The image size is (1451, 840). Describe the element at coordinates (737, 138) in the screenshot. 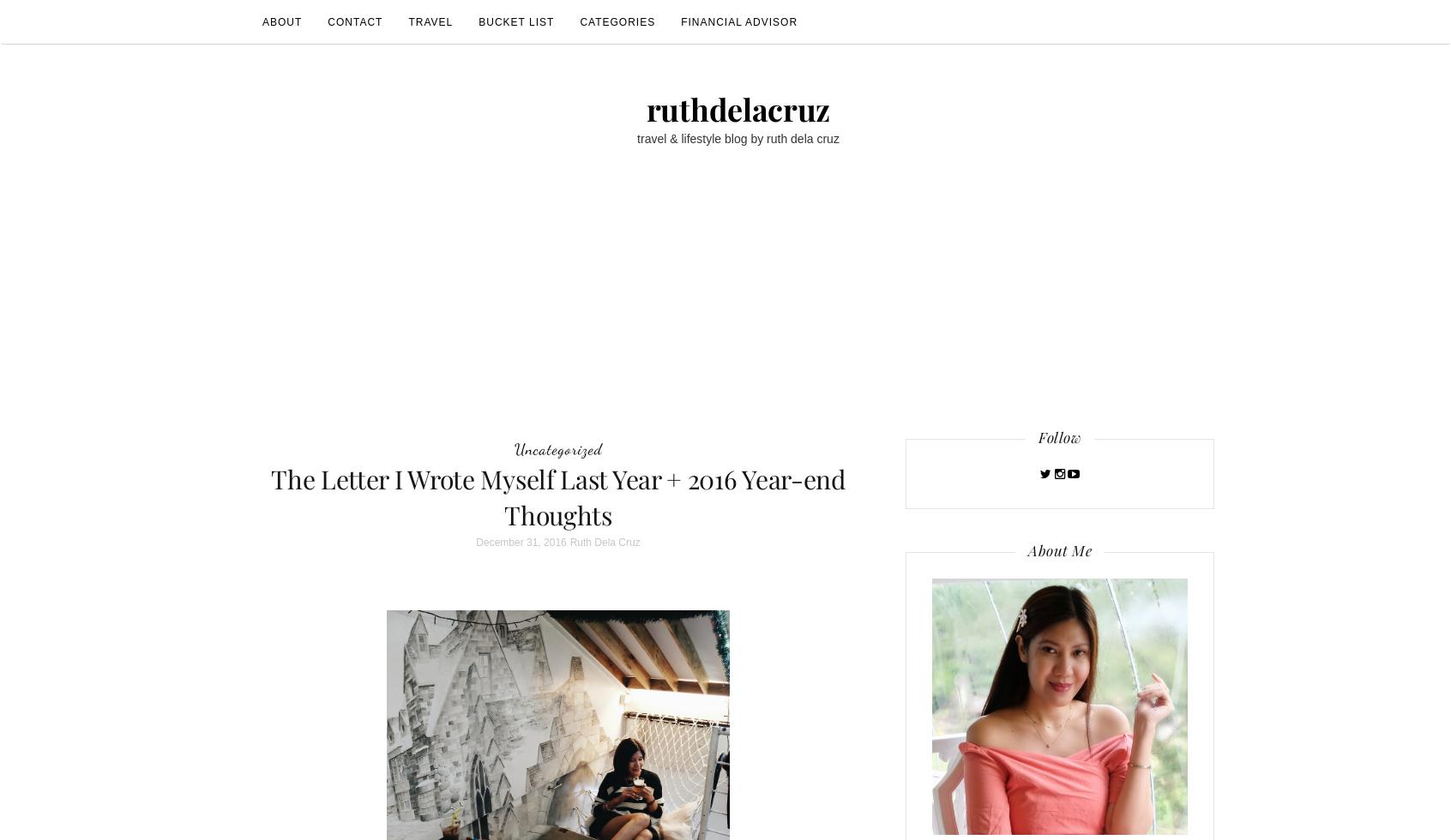

I see `'travel & lifestyle blog by ruth dela cruz'` at that location.